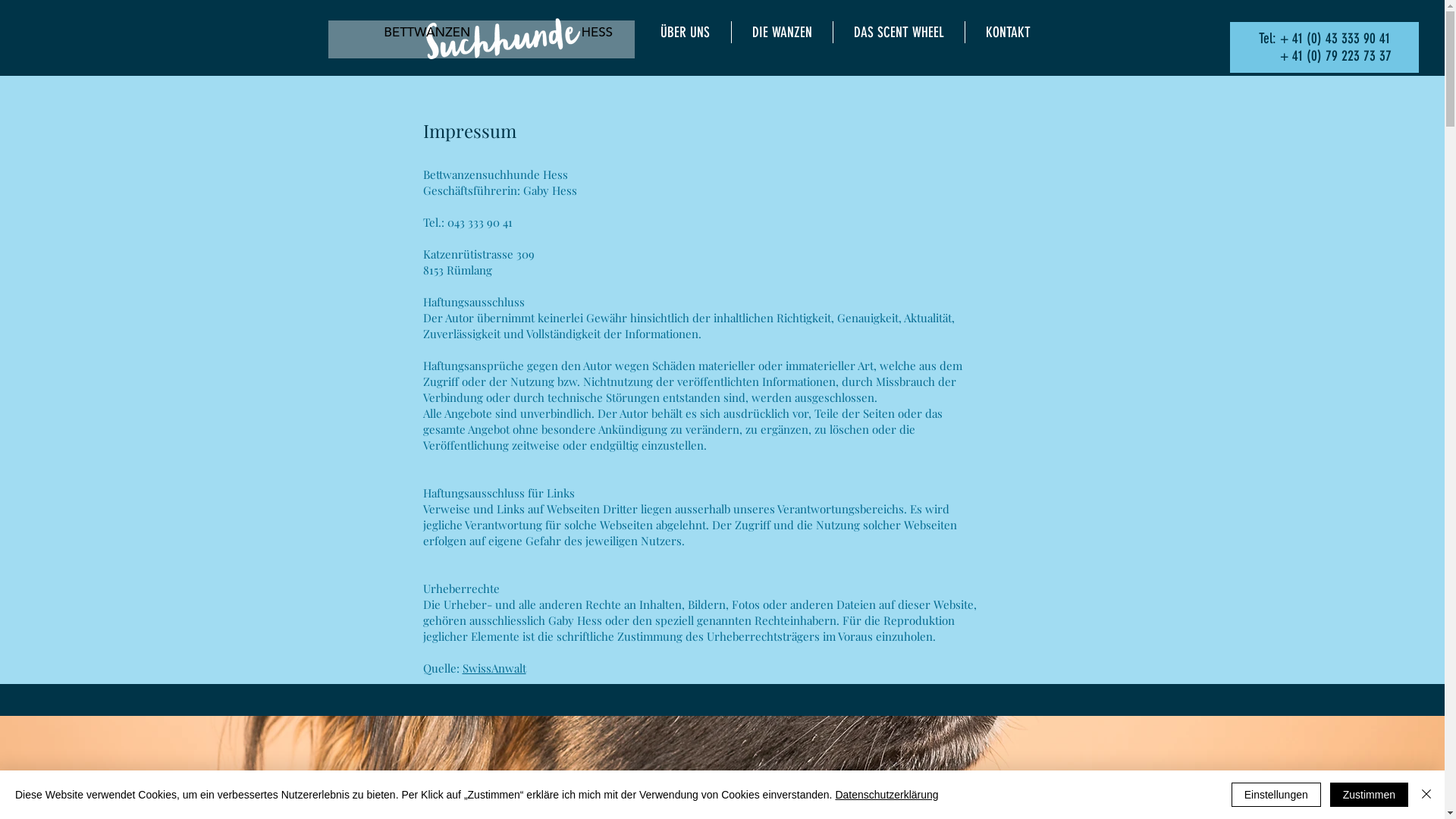 Image resolution: width=1456 pixels, height=819 pixels. What do you see at coordinates (898, 32) in the screenshot?
I see `'DAS SCENT WHEEL'` at bounding box center [898, 32].